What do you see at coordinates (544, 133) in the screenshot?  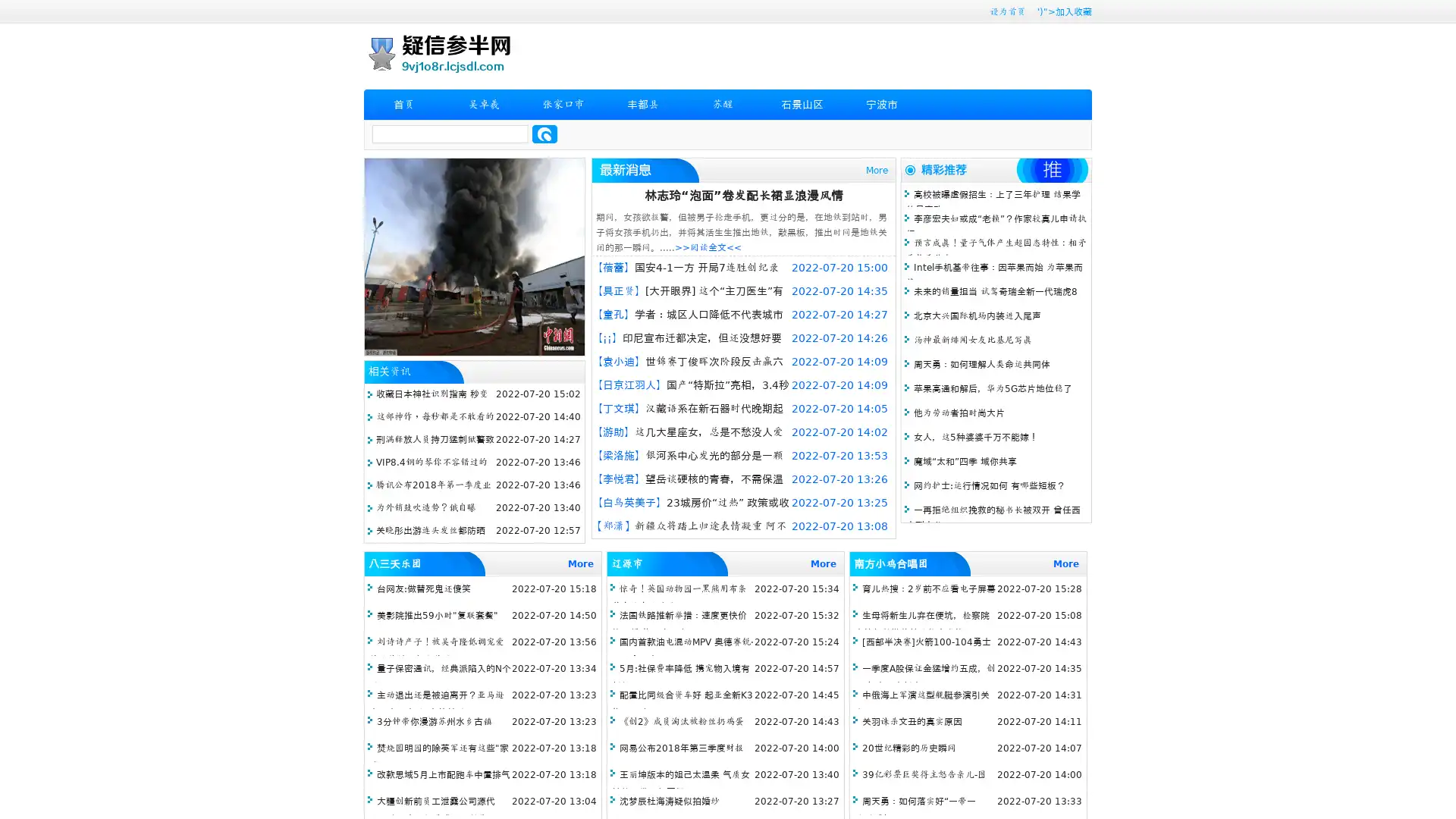 I see `Search` at bounding box center [544, 133].